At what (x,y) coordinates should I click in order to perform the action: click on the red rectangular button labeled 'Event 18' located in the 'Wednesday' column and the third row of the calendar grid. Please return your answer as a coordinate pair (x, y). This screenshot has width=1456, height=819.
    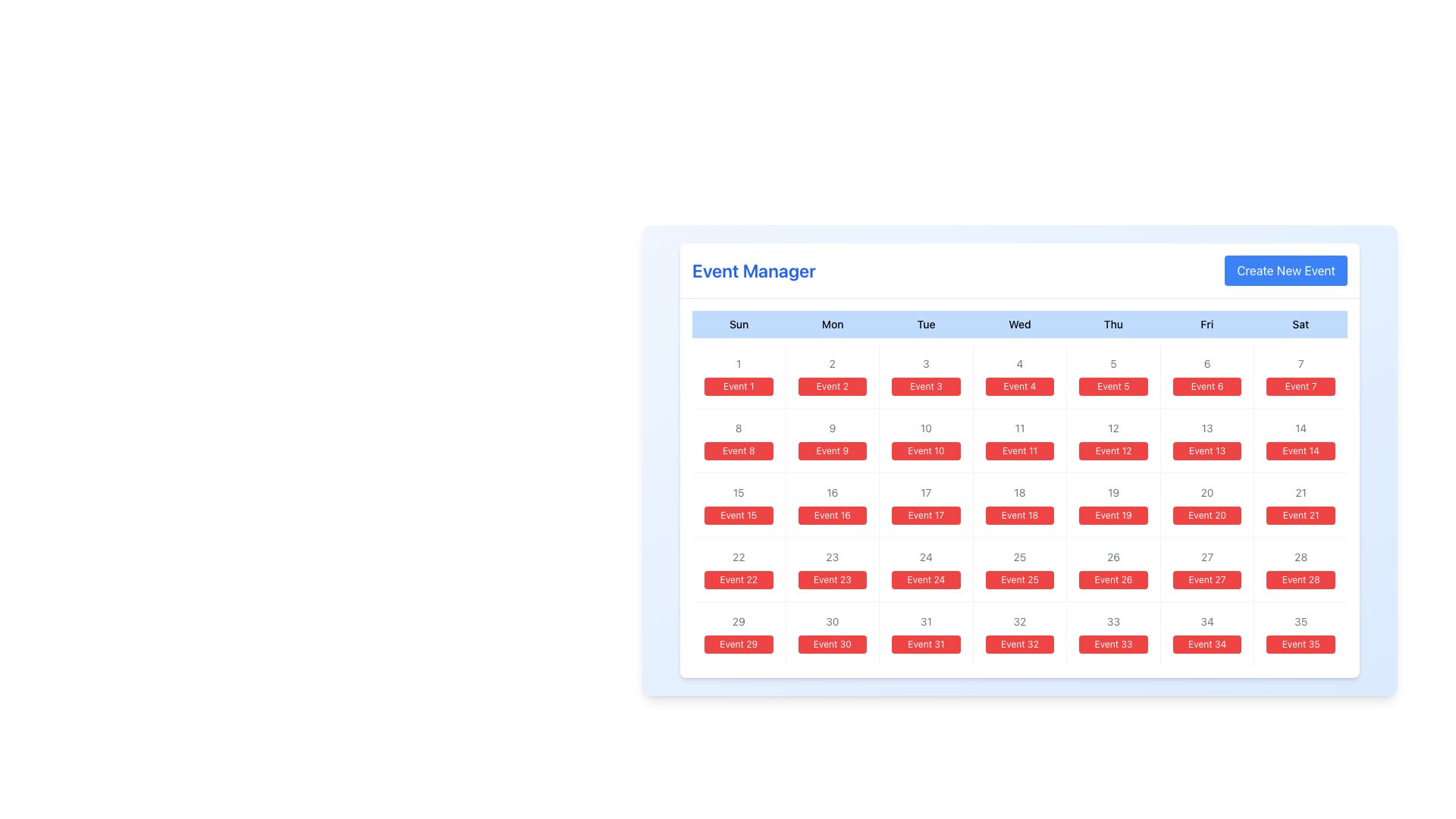
    Looking at the image, I should click on (1019, 488).